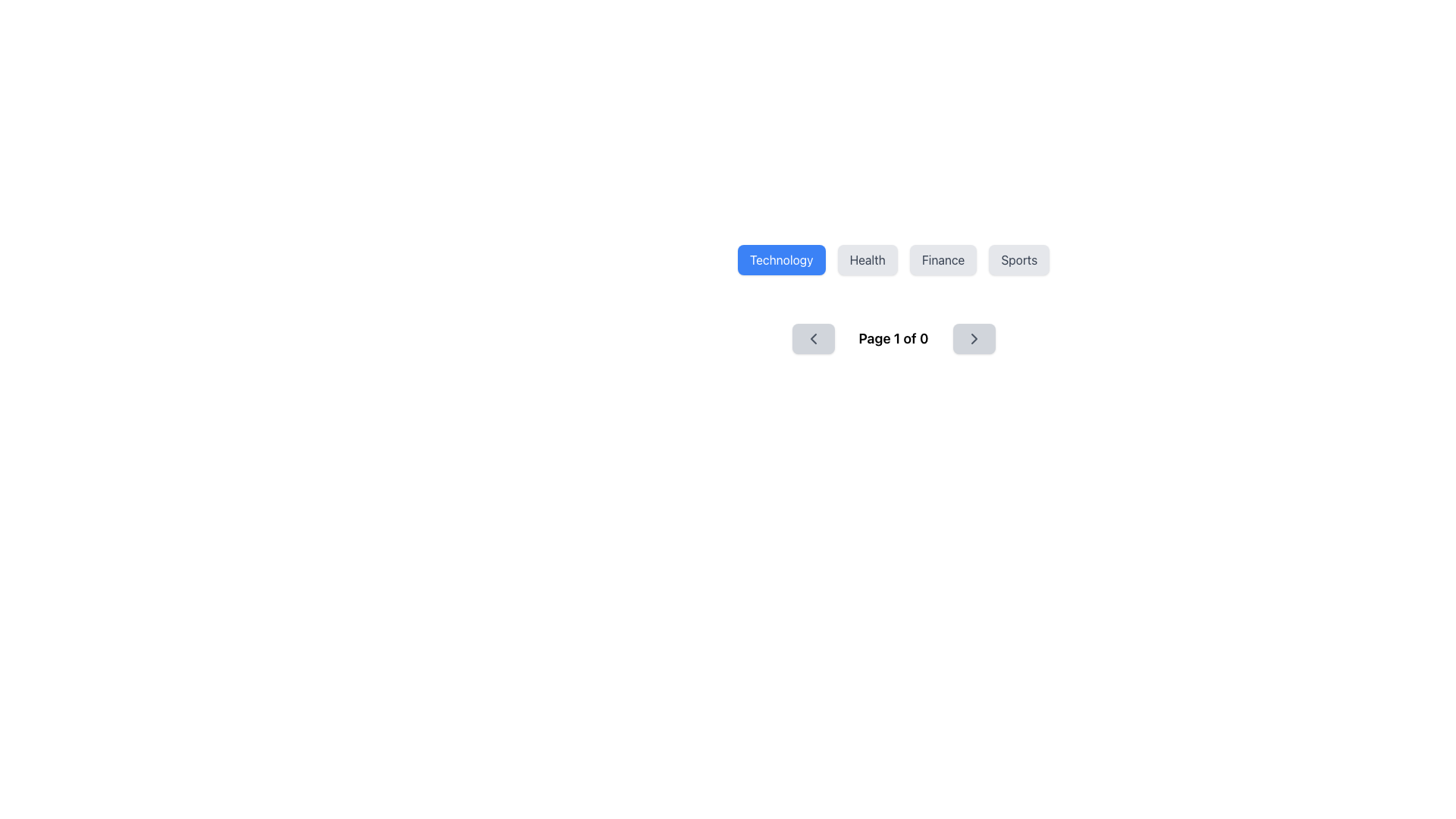 The height and width of the screenshot is (819, 1456). I want to click on the right-pointing chevron icon embedded inside a rounded rectangular button in the pagination toolbar to potentially see a tooltip, so click(974, 338).